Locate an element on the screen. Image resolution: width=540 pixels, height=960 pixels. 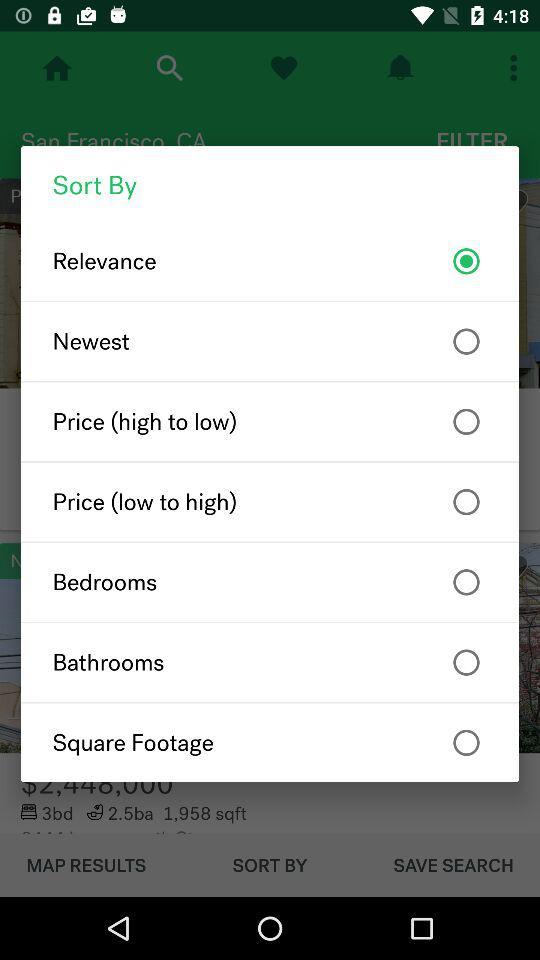
relevance icon is located at coordinates (270, 260).